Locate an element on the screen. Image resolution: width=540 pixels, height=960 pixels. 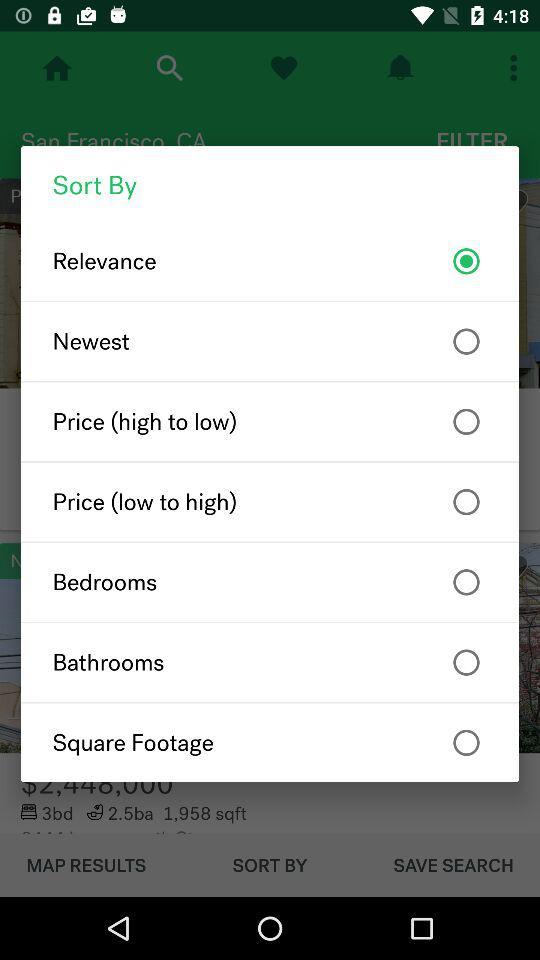
relevance icon is located at coordinates (270, 260).